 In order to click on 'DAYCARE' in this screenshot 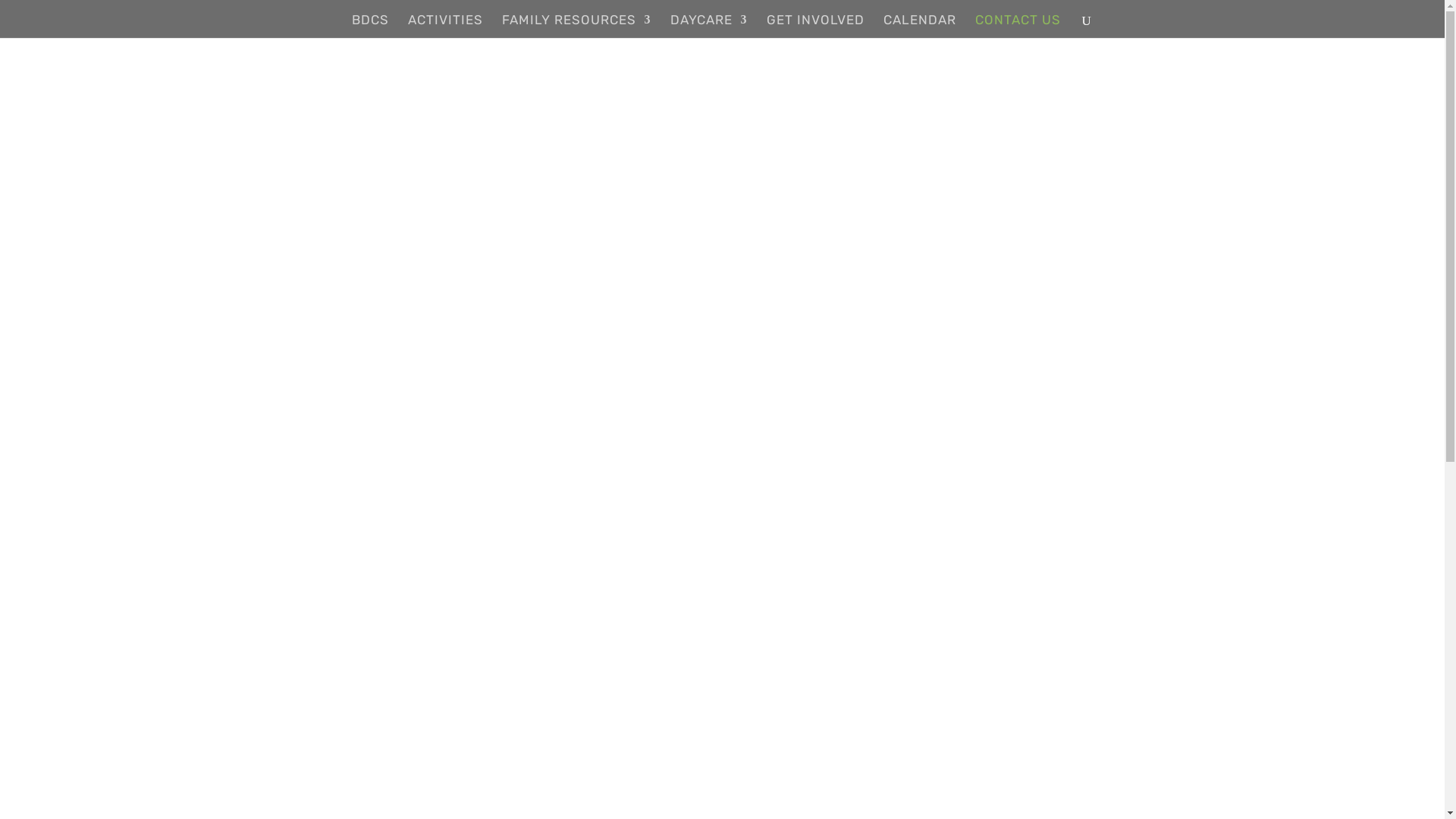, I will do `click(669, 26)`.